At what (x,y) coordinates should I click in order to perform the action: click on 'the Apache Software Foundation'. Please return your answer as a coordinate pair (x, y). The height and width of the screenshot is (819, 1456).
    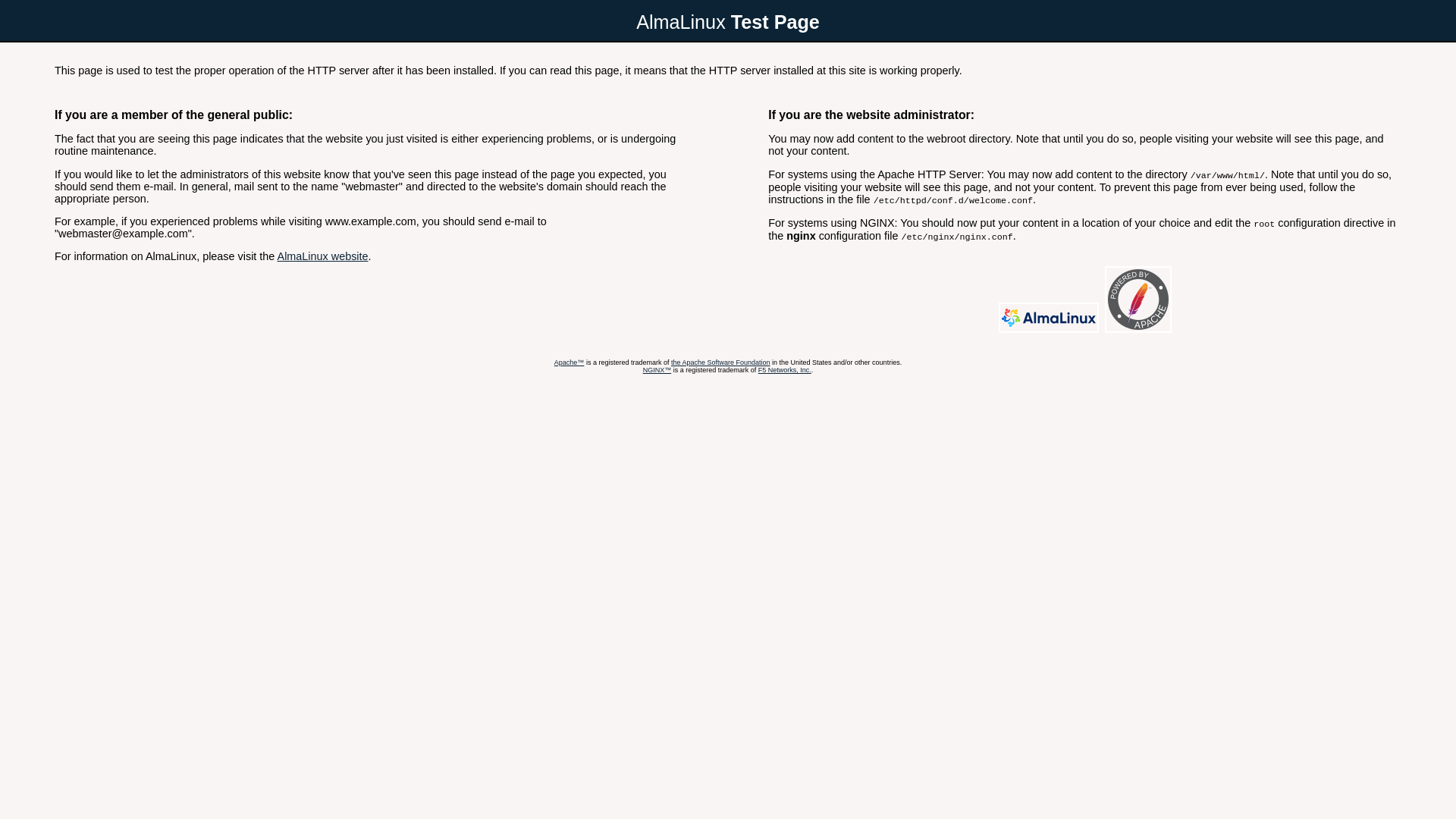
    Looking at the image, I should click on (720, 362).